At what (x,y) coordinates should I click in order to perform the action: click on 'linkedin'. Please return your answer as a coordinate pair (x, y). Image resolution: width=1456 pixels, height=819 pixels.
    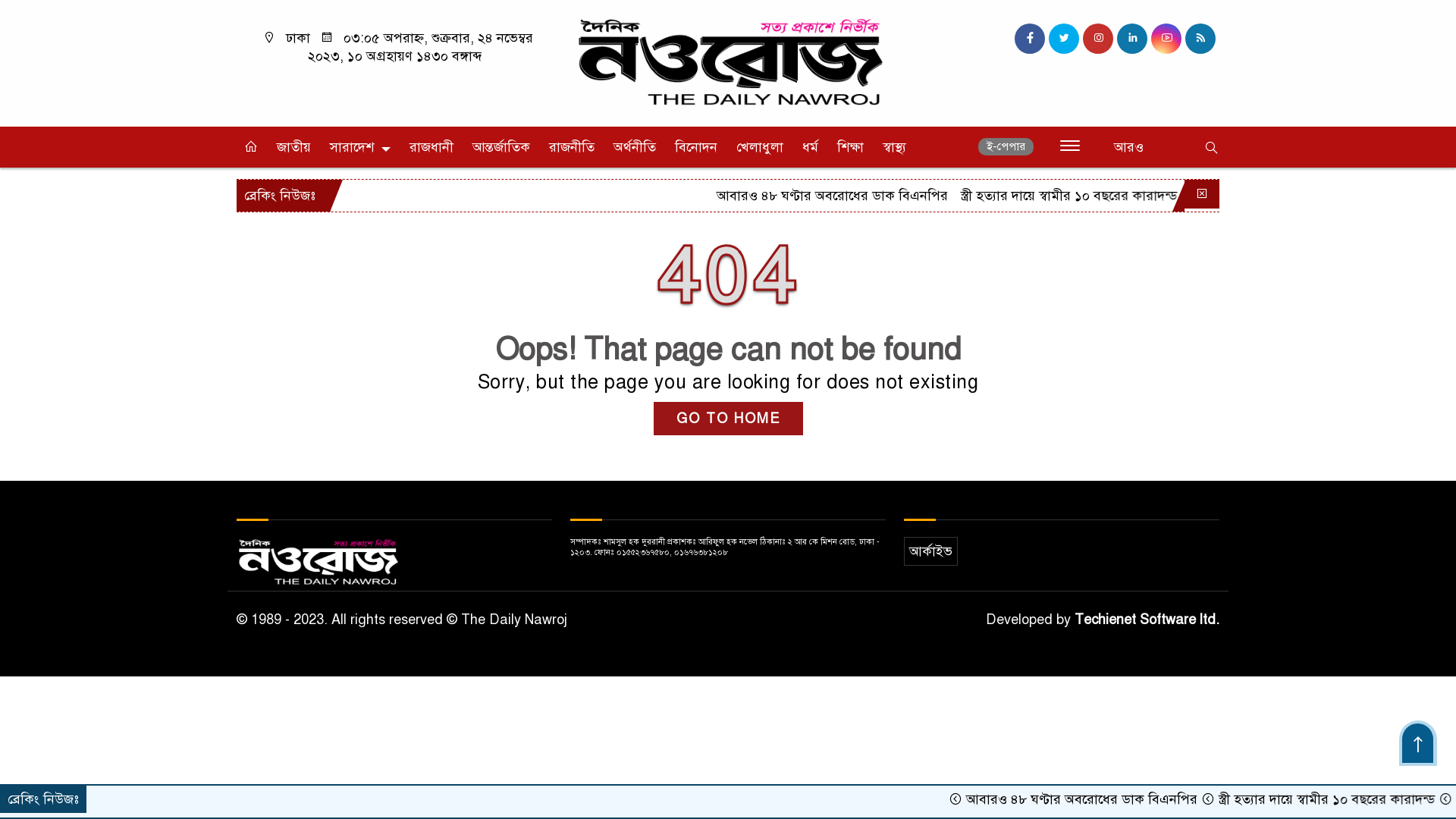
    Looking at the image, I should click on (1131, 37).